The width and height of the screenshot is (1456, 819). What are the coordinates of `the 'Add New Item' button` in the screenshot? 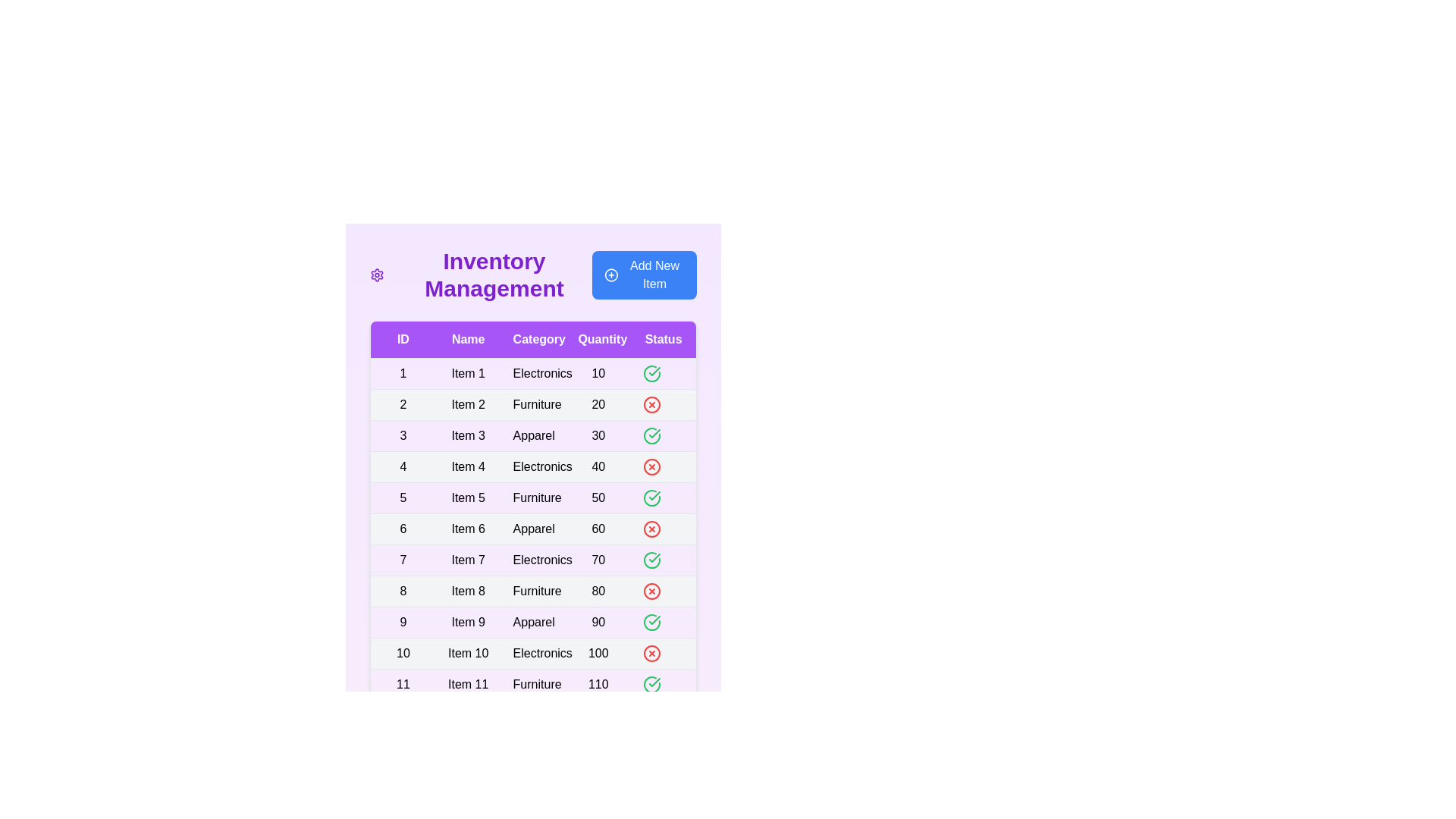 It's located at (644, 275).